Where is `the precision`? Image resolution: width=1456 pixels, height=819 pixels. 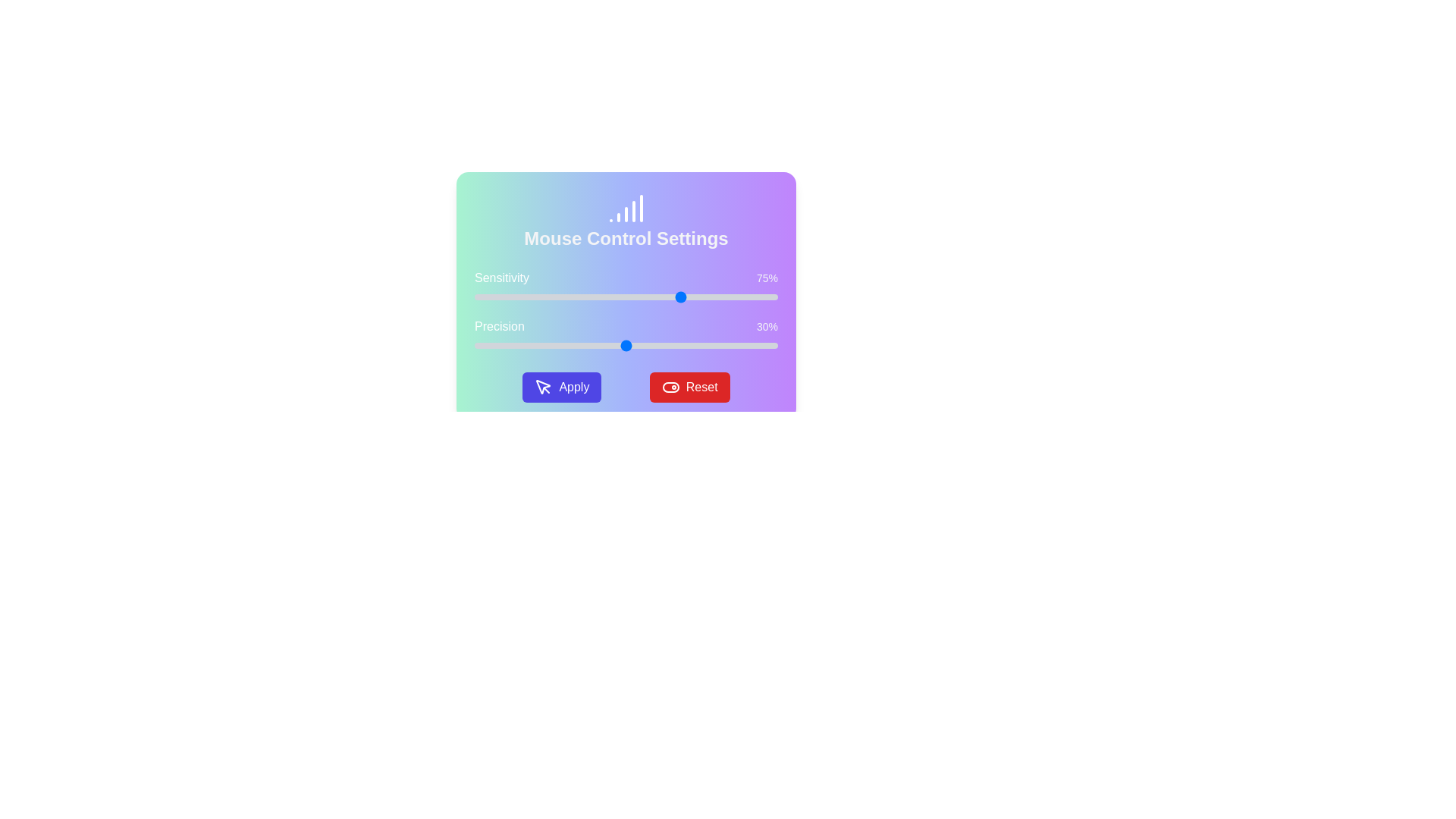
the precision is located at coordinates (572, 345).